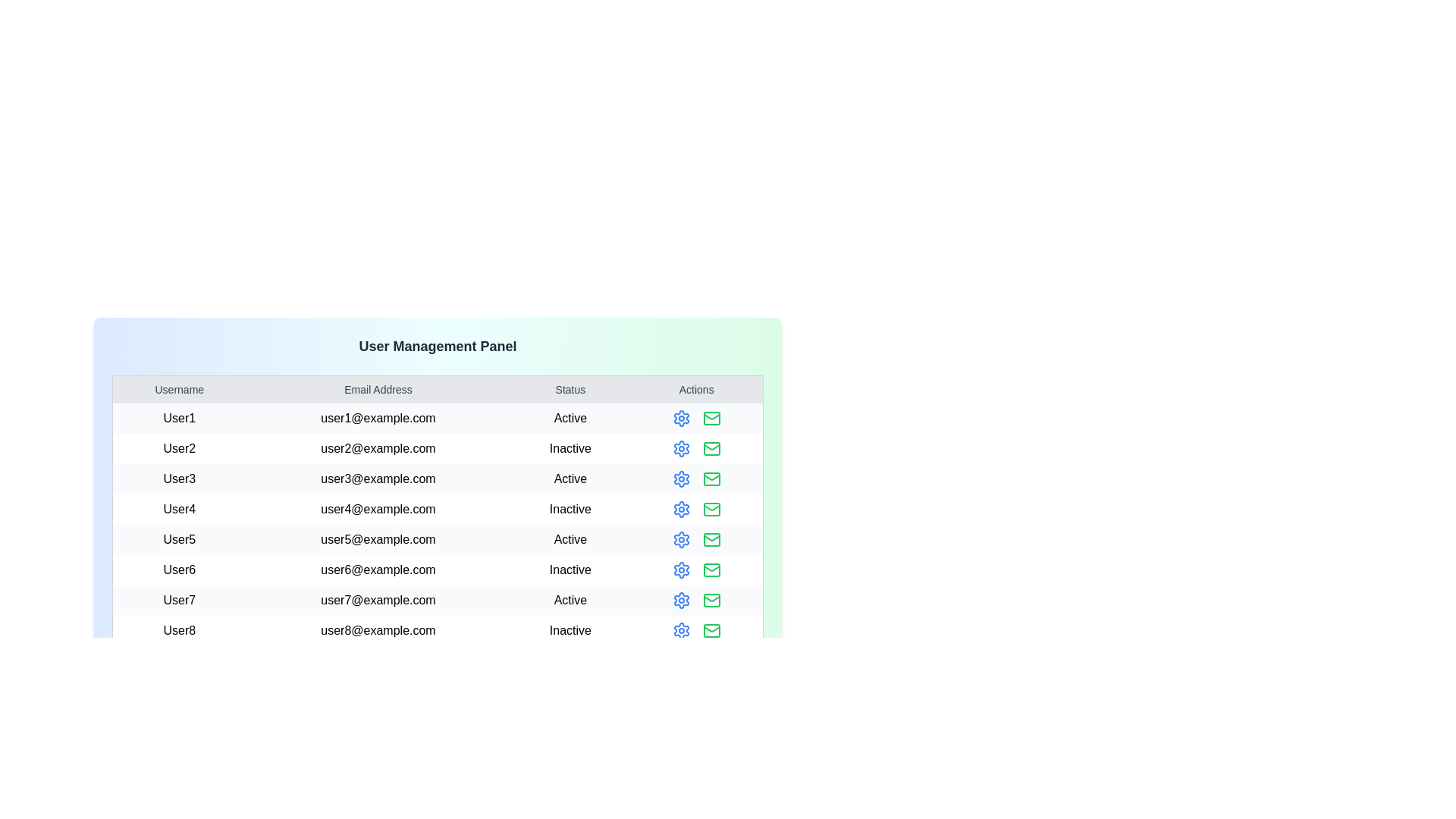  I want to click on the table header labeled Username to sort the table by that column, so click(179, 388).